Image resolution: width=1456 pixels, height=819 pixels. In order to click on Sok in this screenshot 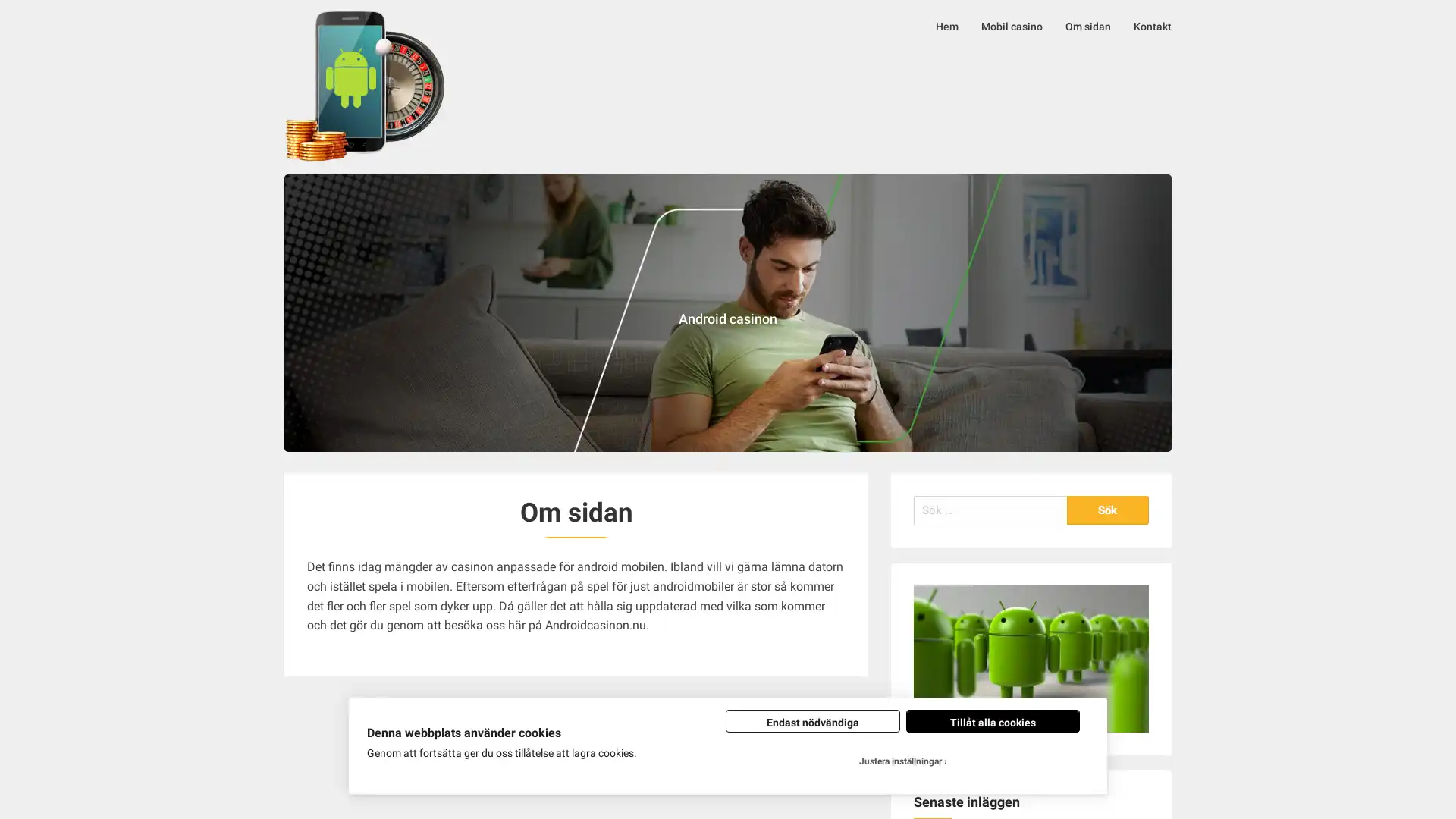, I will do `click(1106, 510)`.